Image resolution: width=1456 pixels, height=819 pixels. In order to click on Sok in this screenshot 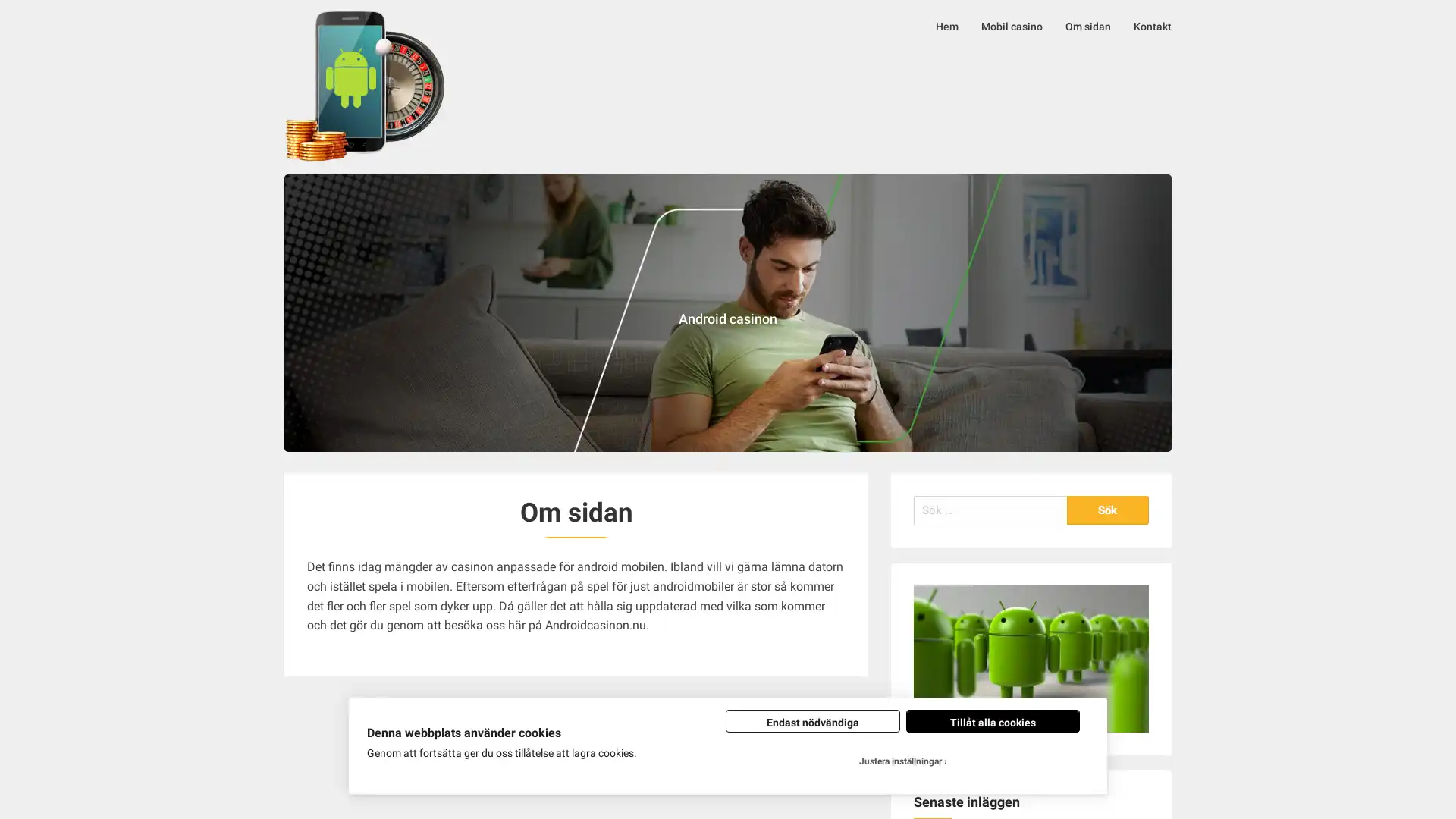, I will do `click(1106, 510)`.